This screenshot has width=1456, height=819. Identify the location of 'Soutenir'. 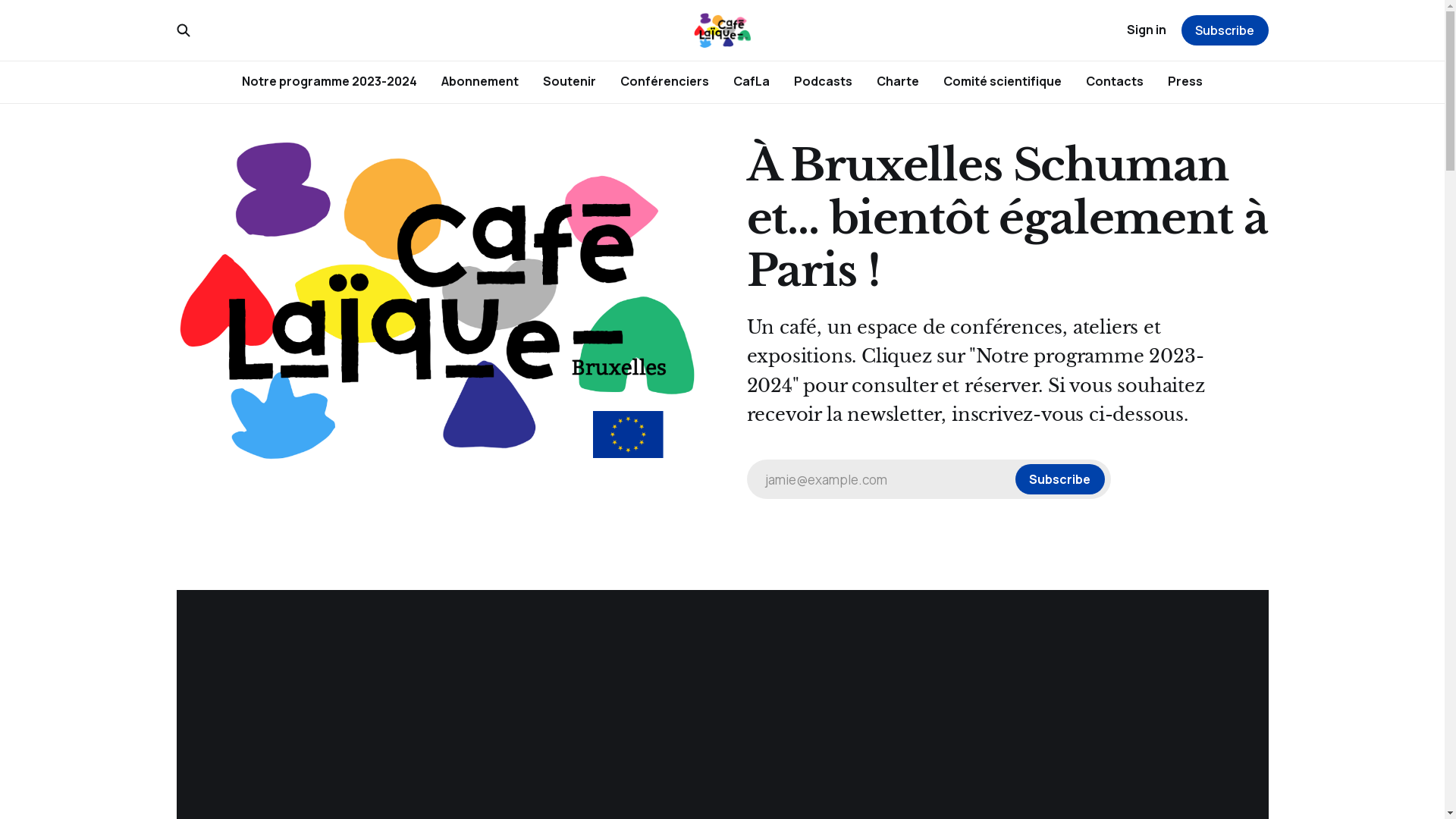
(568, 81).